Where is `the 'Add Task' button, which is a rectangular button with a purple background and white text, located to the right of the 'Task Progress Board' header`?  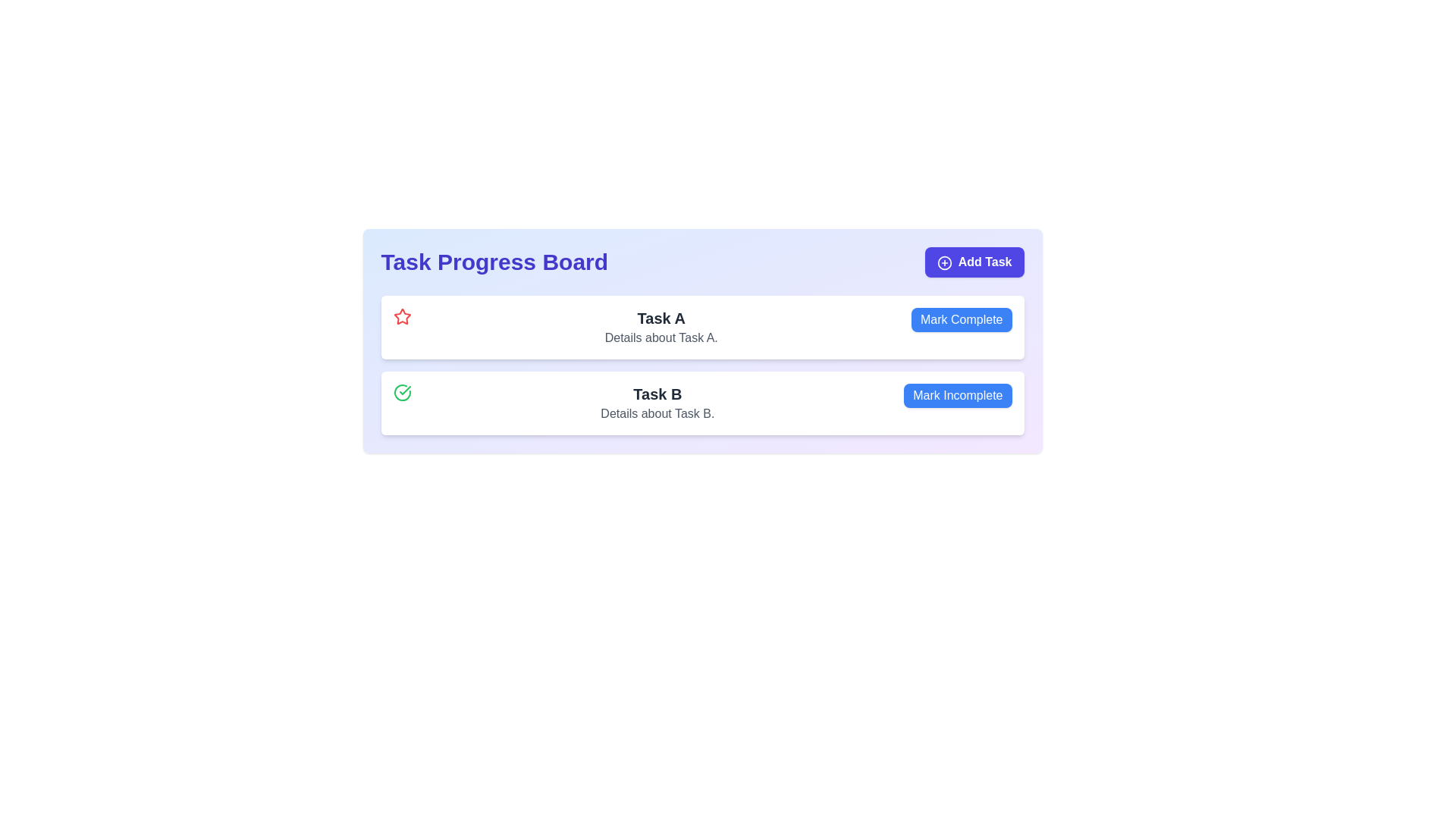
the 'Add Task' button, which is a rectangular button with a purple background and white text, located to the right of the 'Task Progress Board' header is located at coordinates (974, 262).